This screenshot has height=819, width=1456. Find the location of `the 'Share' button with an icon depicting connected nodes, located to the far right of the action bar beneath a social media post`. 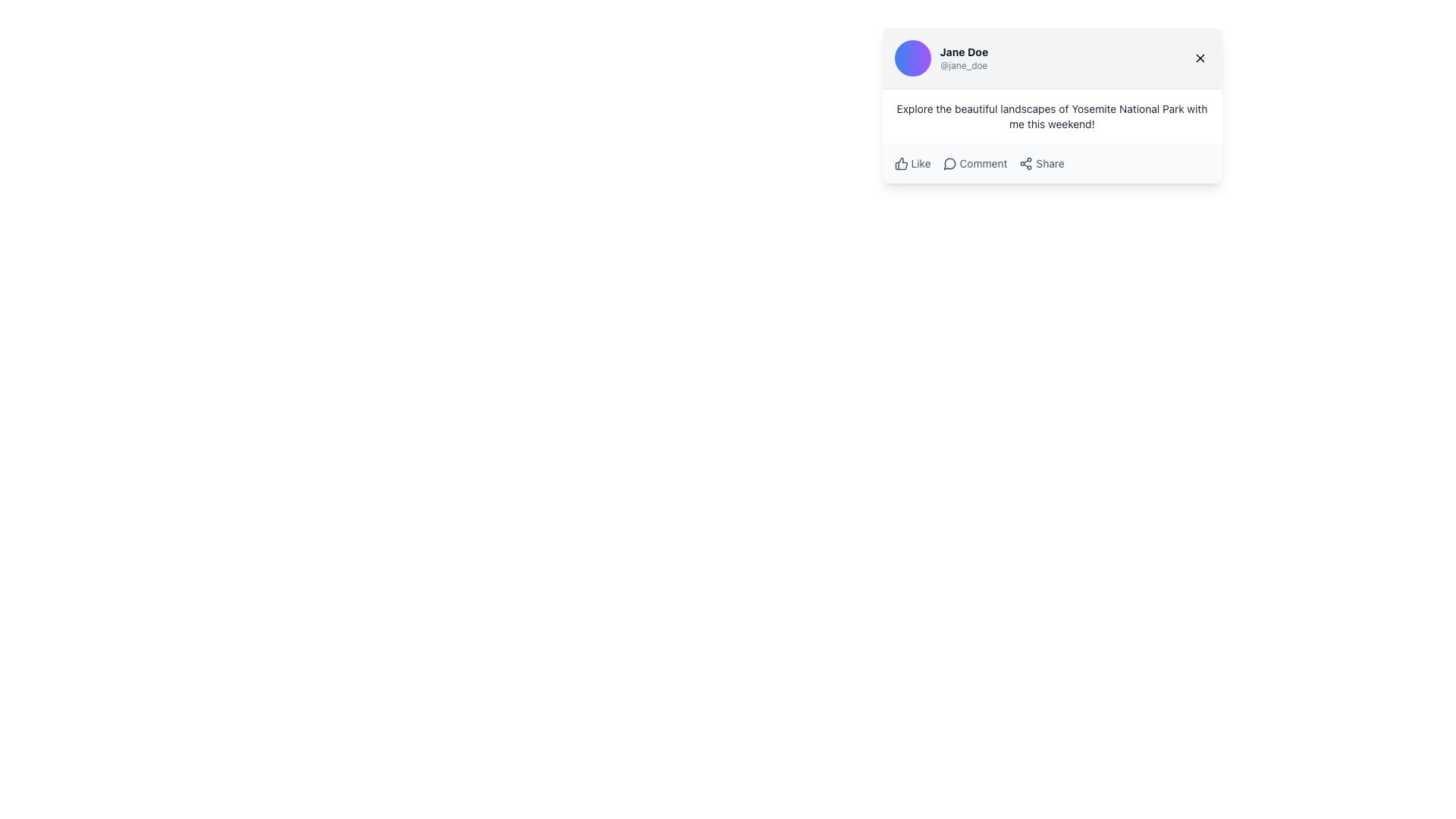

the 'Share' button with an icon depicting connected nodes, located to the far right of the action bar beneath a social media post is located at coordinates (1041, 164).